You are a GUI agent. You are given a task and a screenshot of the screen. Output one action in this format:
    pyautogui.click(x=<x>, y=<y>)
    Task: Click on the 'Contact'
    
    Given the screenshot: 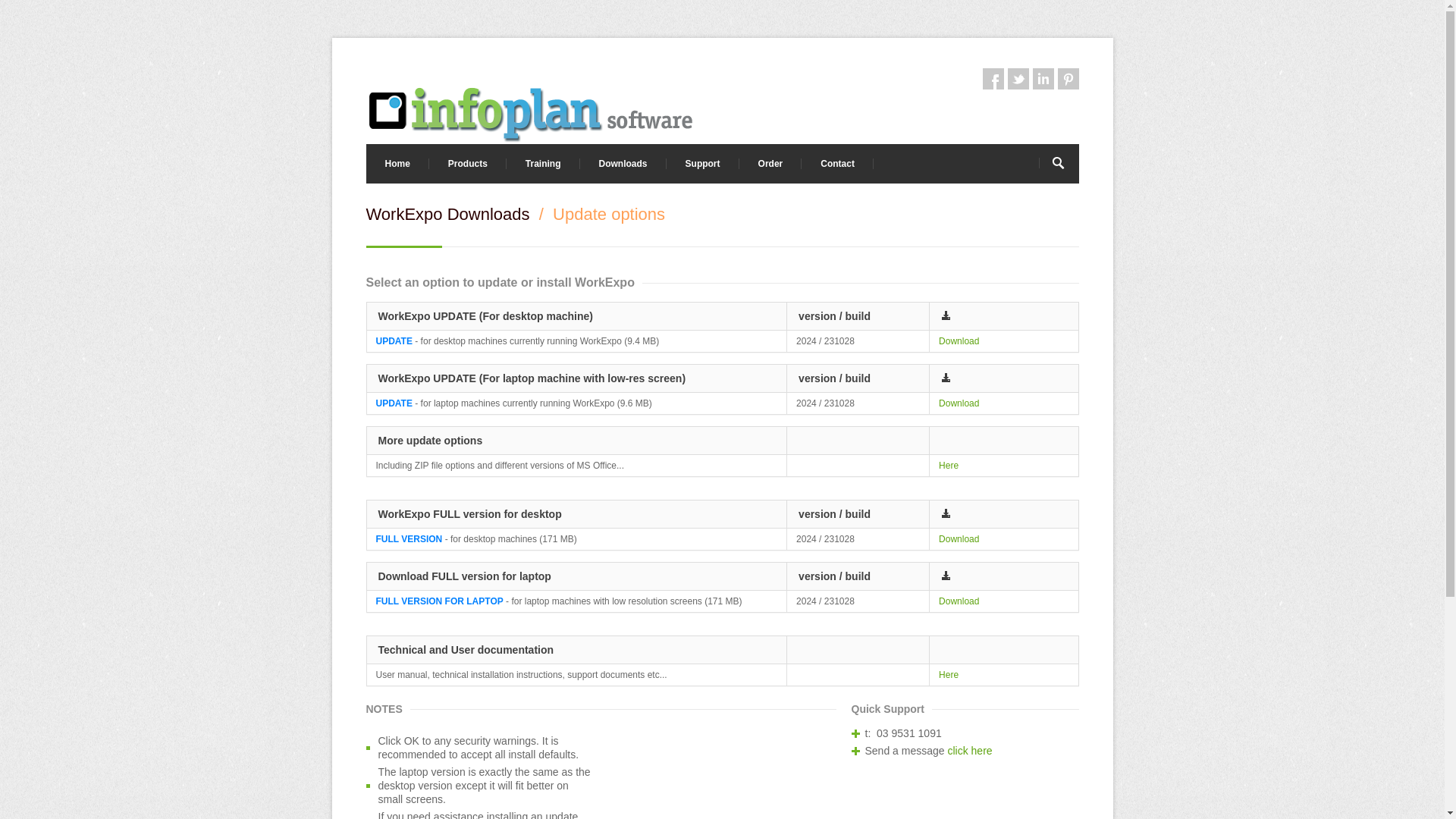 What is the action you would take?
    pyautogui.click(x=836, y=164)
    